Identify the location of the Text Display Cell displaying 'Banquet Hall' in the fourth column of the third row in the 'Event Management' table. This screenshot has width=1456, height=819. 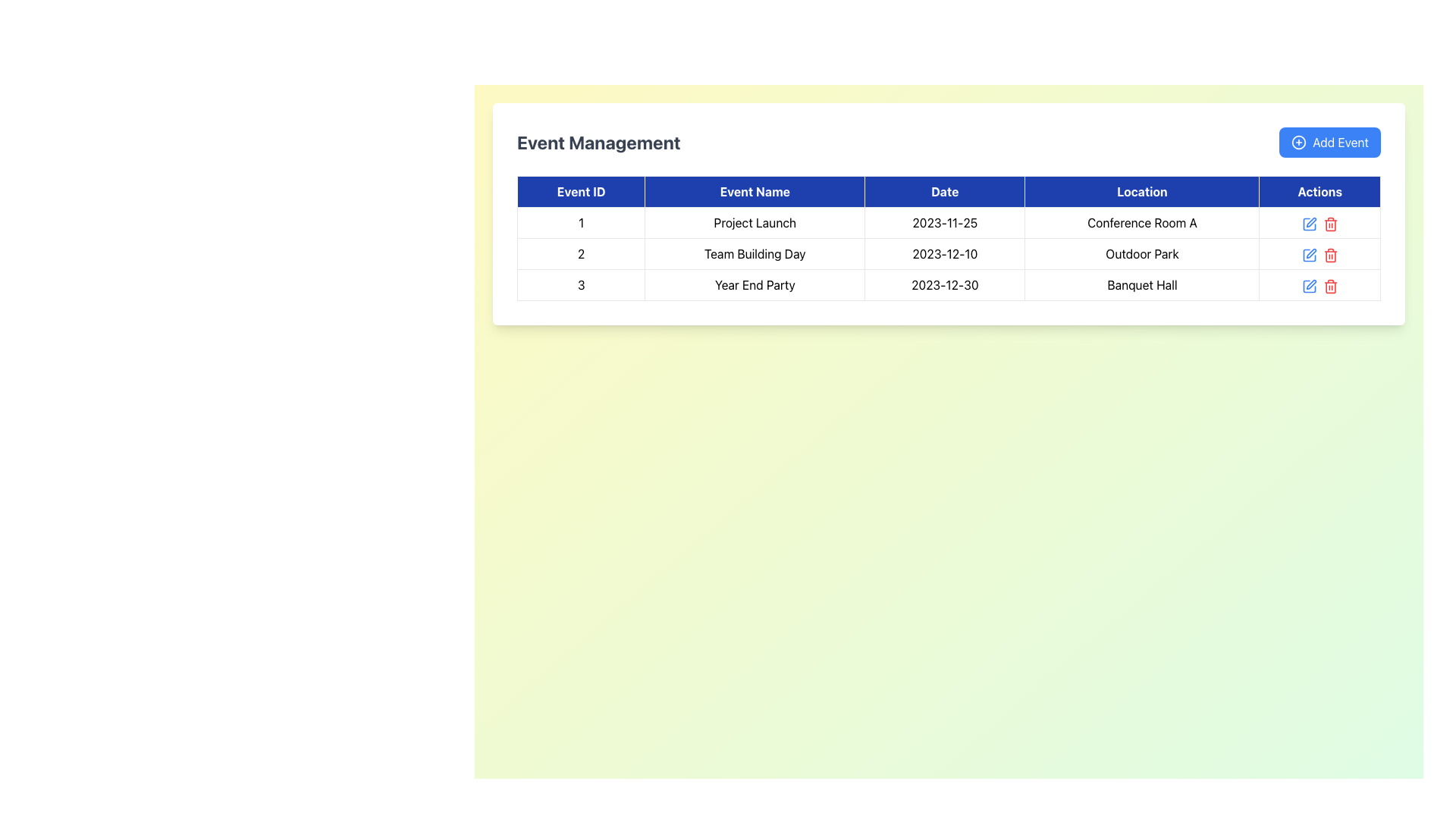
(1142, 284).